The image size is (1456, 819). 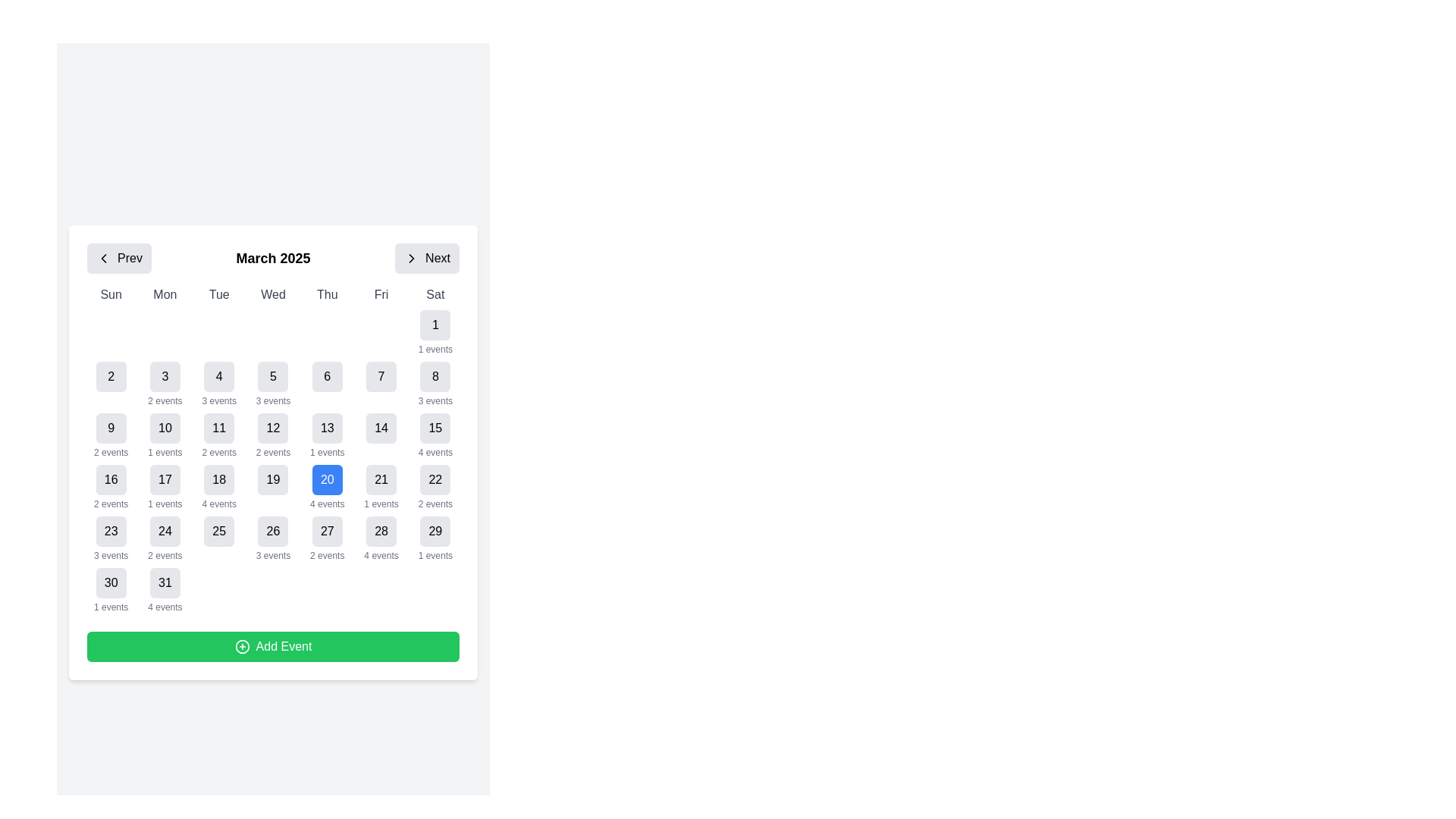 What do you see at coordinates (218, 435) in the screenshot?
I see `the calendar date cell displaying '11' with a light gray background` at bounding box center [218, 435].